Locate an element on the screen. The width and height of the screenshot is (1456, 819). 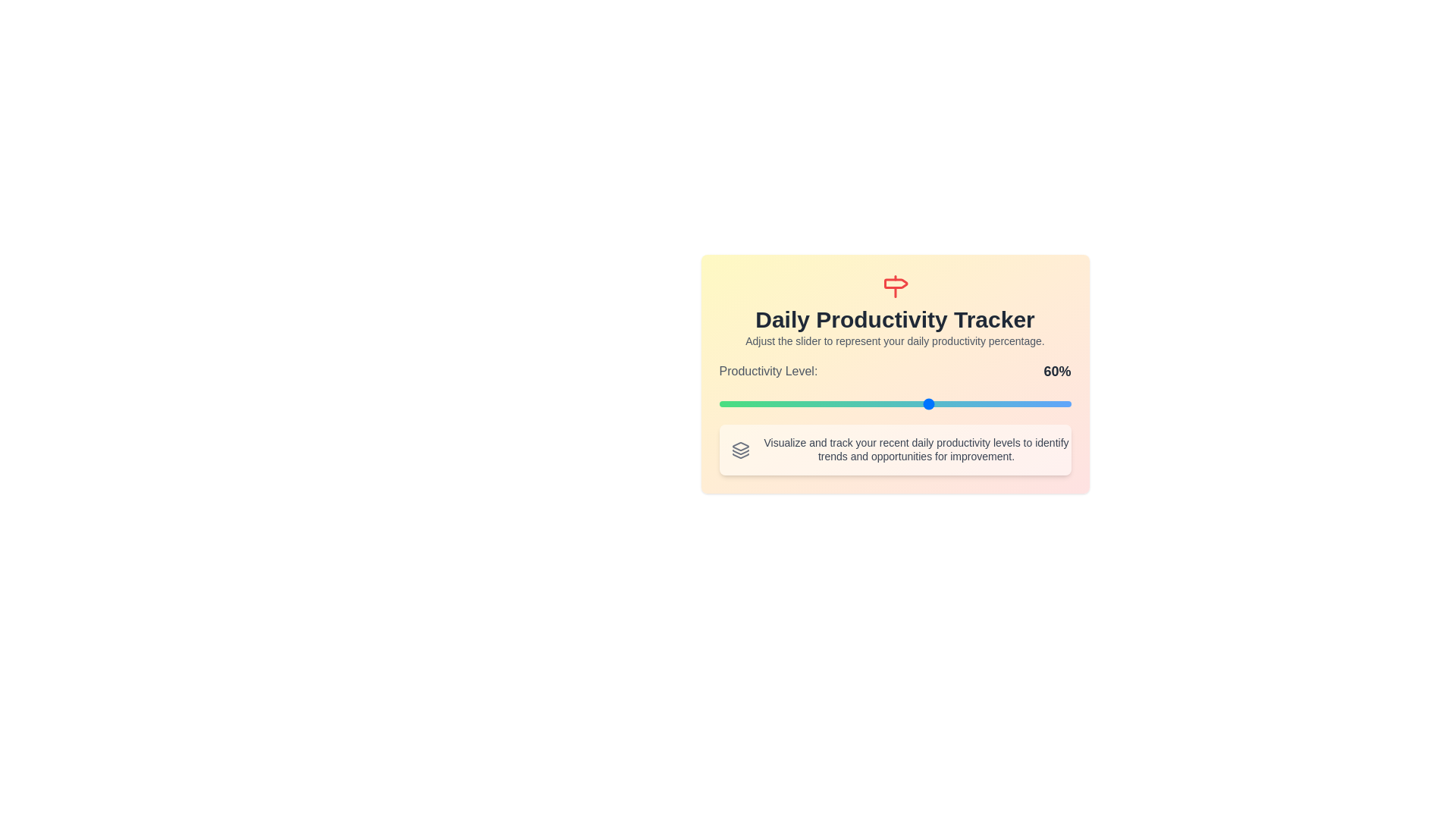
the slider to 24% is located at coordinates (802, 403).